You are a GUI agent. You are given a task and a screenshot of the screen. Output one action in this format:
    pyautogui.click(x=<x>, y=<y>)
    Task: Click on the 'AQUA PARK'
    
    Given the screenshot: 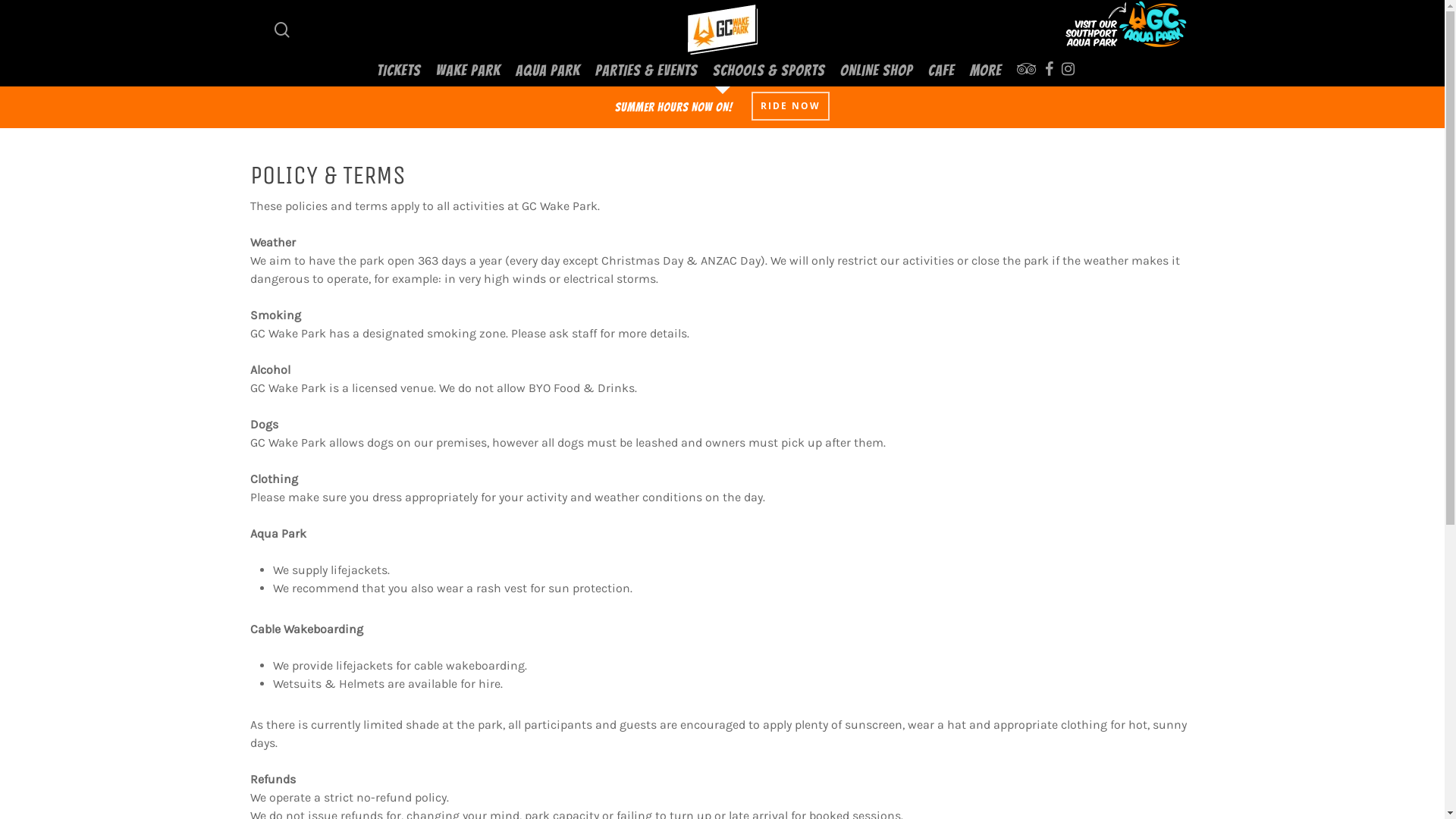 What is the action you would take?
    pyautogui.click(x=547, y=70)
    